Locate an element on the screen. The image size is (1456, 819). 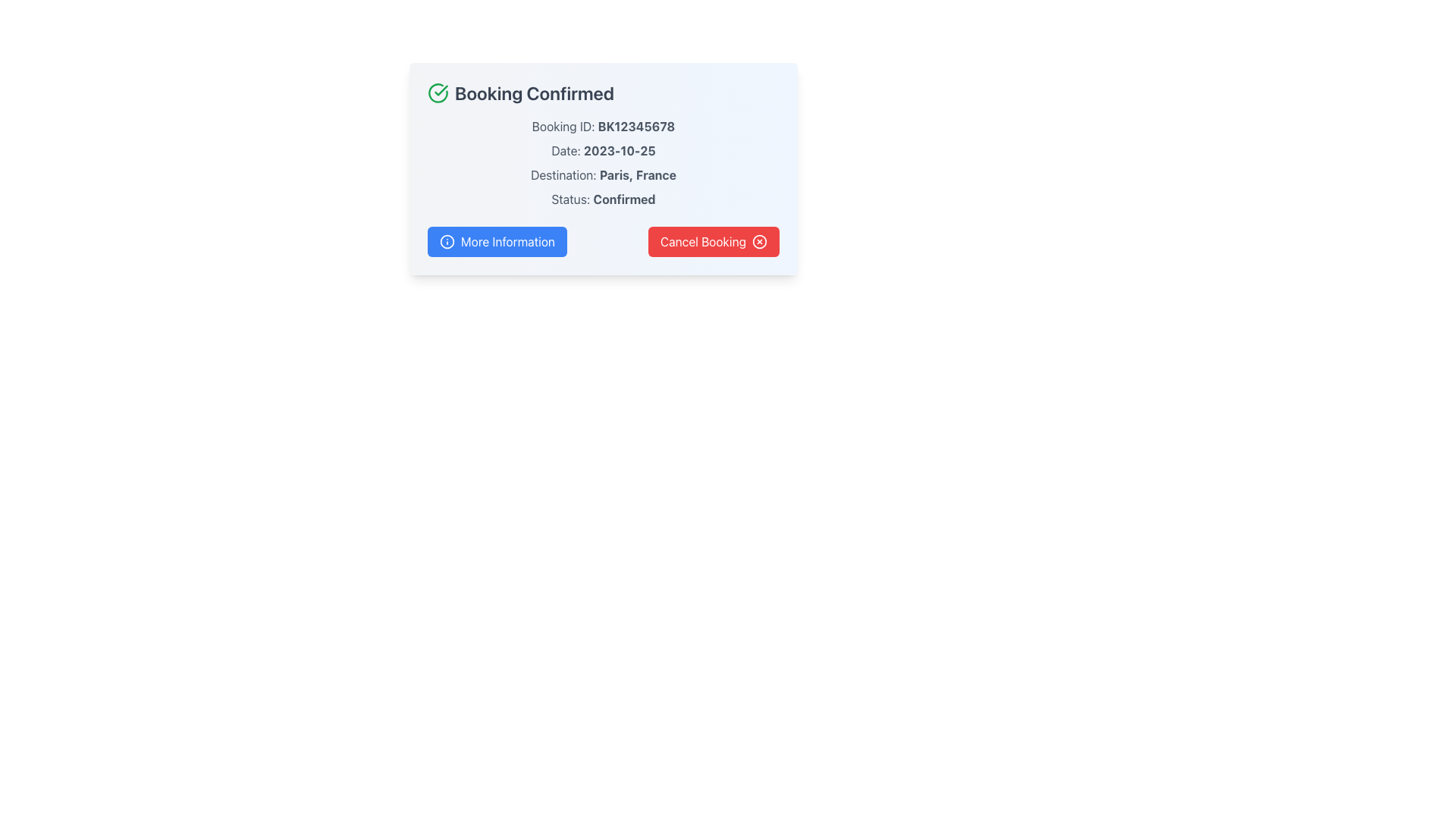
the static informational text display that shows booking details, located below the title 'Booking Confirmed' and above the buttons 'More Information' and 'Cancel Booking' is located at coordinates (603, 163).